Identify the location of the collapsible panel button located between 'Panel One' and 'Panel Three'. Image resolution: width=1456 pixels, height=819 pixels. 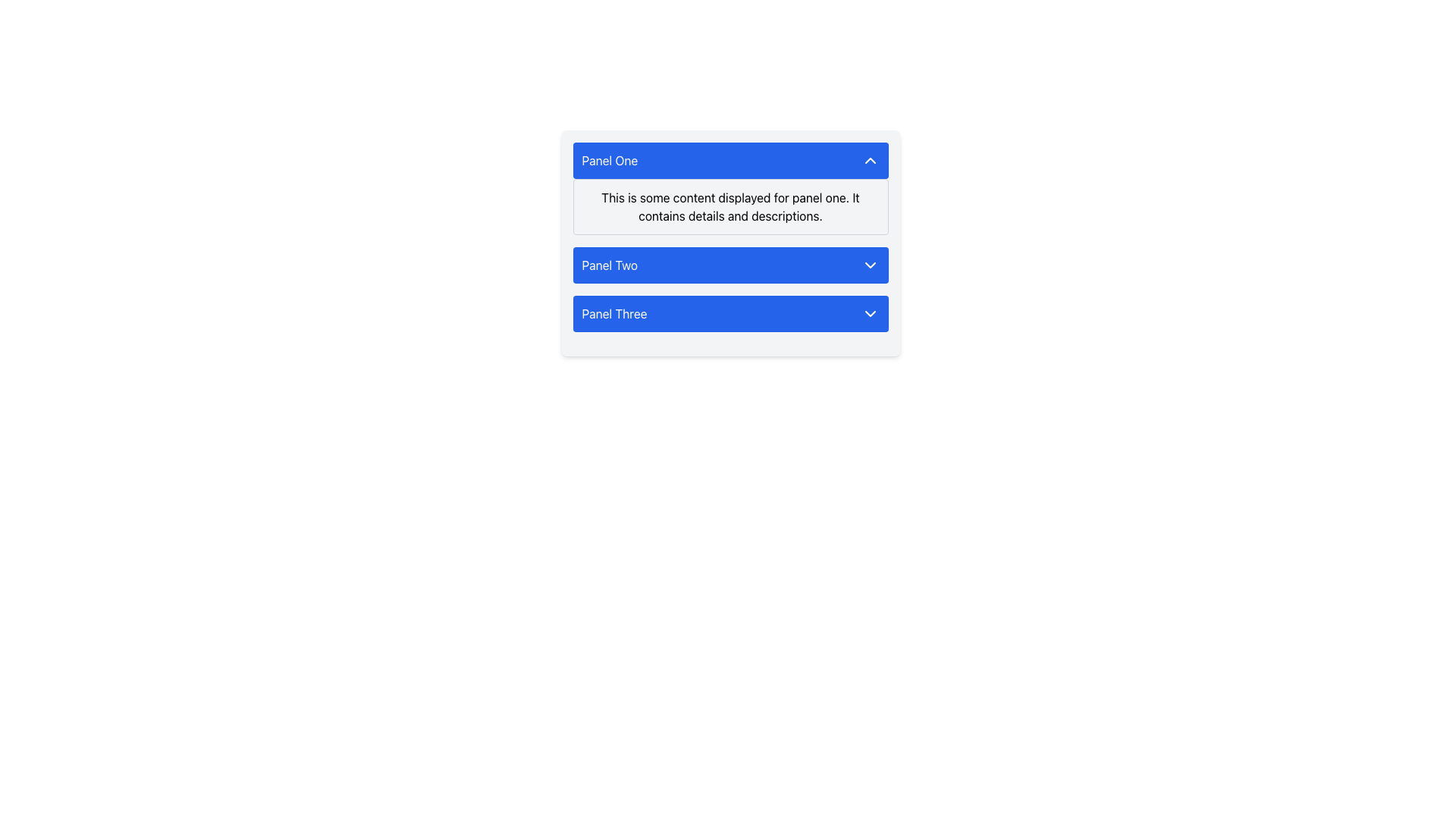
(730, 265).